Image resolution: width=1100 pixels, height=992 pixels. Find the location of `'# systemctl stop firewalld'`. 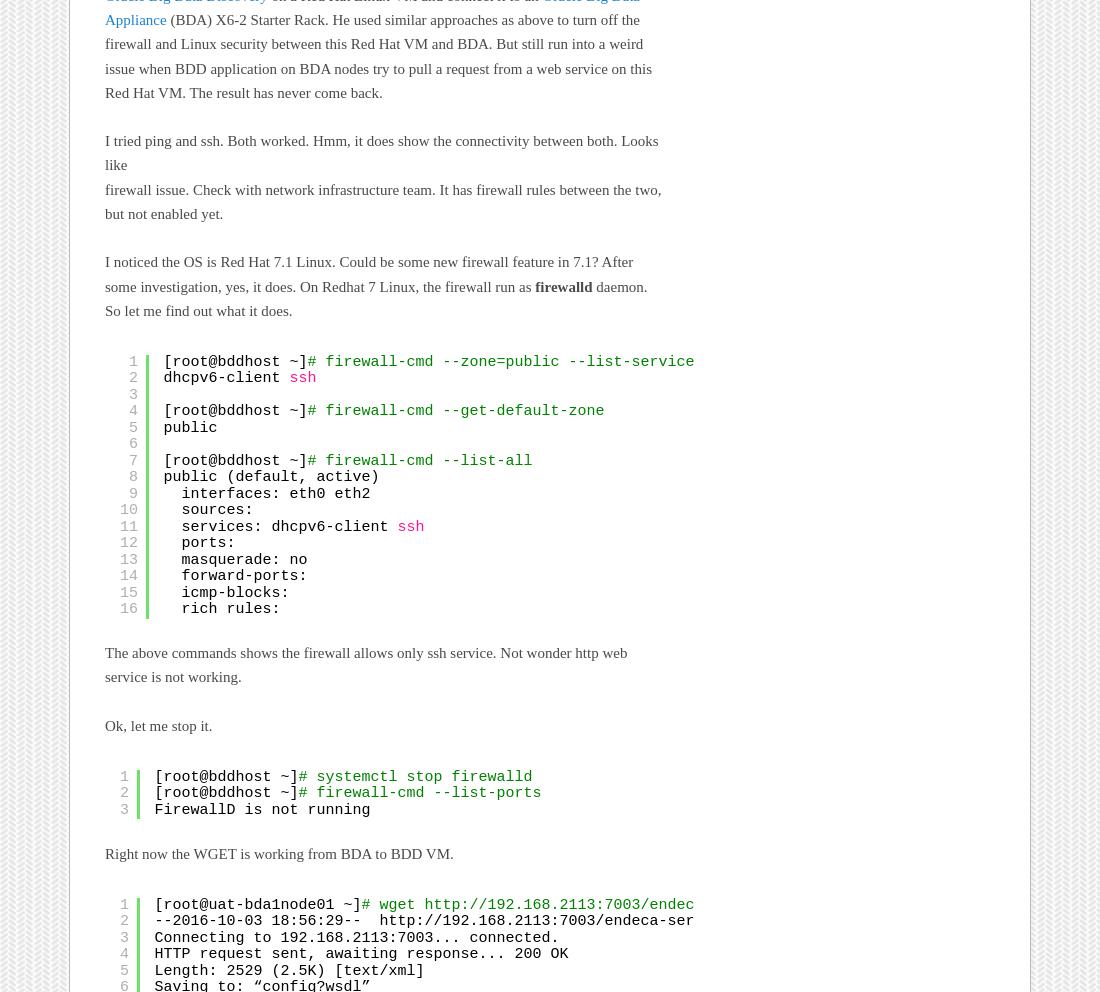

'# systemctl stop firewalld' is located at coordinates (414, 776).